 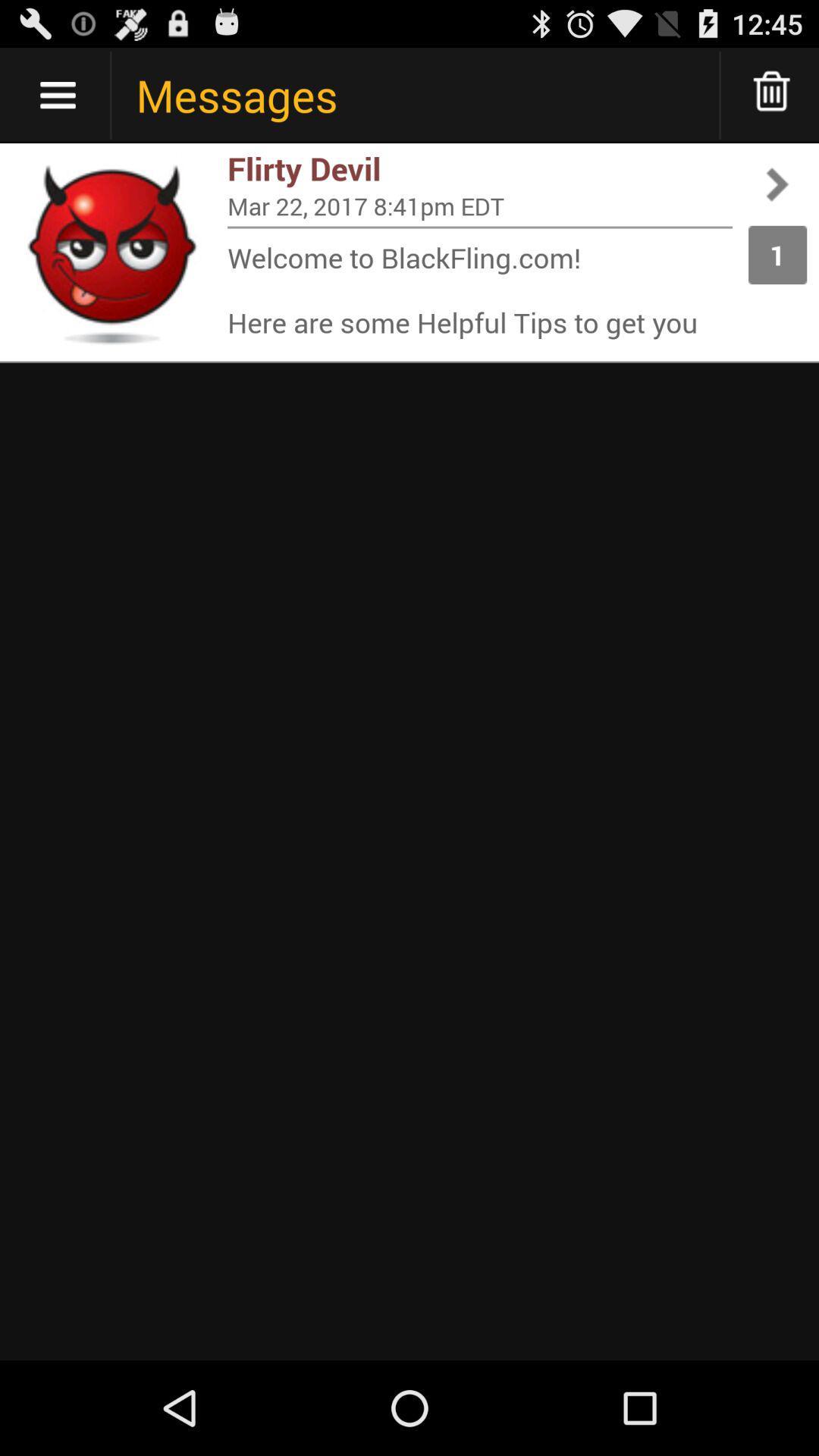 What do you see at coordinates (479, 205) in the screenshot?
I see `the icon next to the 1 item` at bounding box center [479, 205].